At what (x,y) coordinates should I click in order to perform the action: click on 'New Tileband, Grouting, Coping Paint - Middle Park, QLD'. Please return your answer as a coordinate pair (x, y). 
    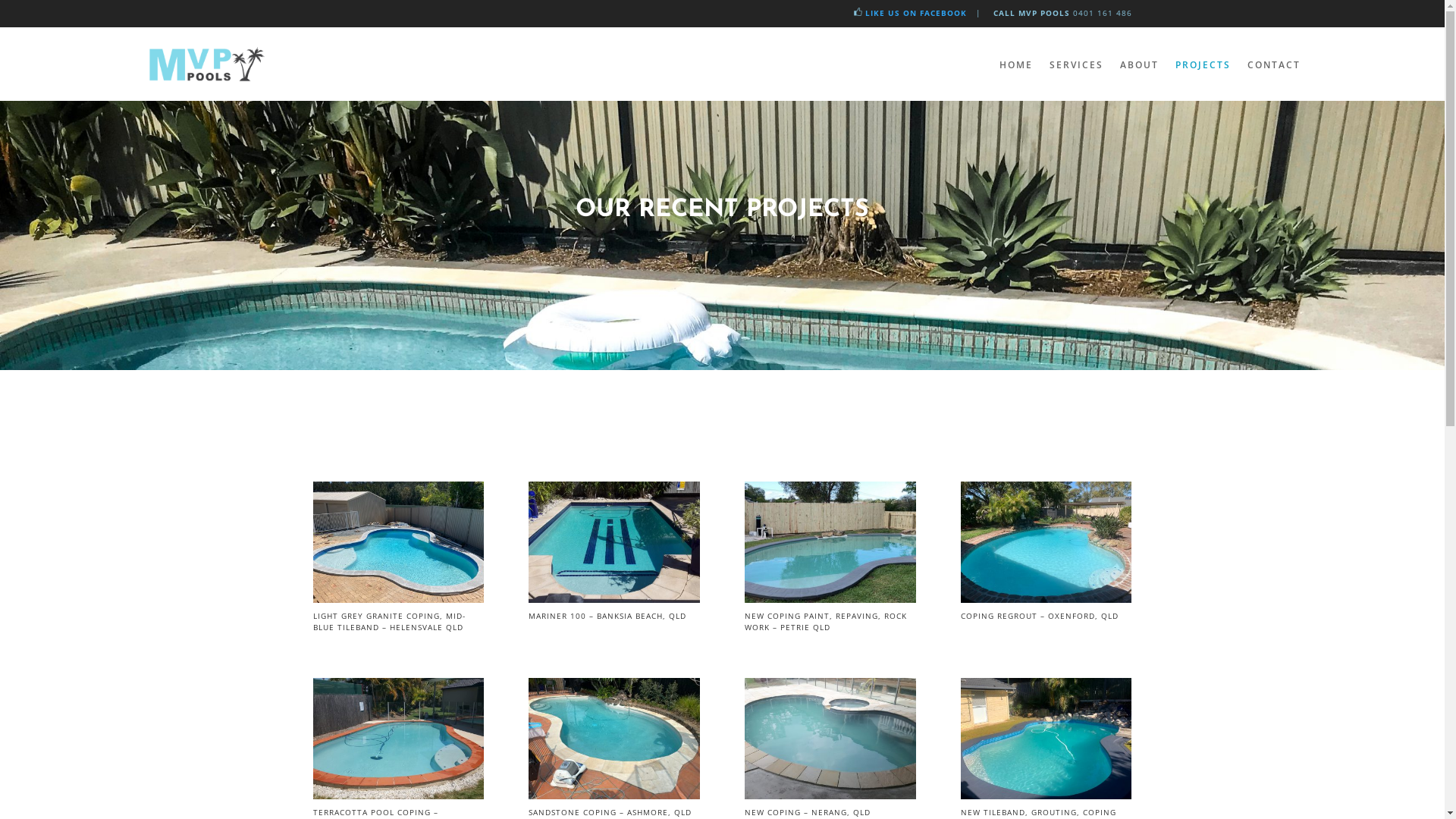
    Looking at the image, I should click on (1045, 794).